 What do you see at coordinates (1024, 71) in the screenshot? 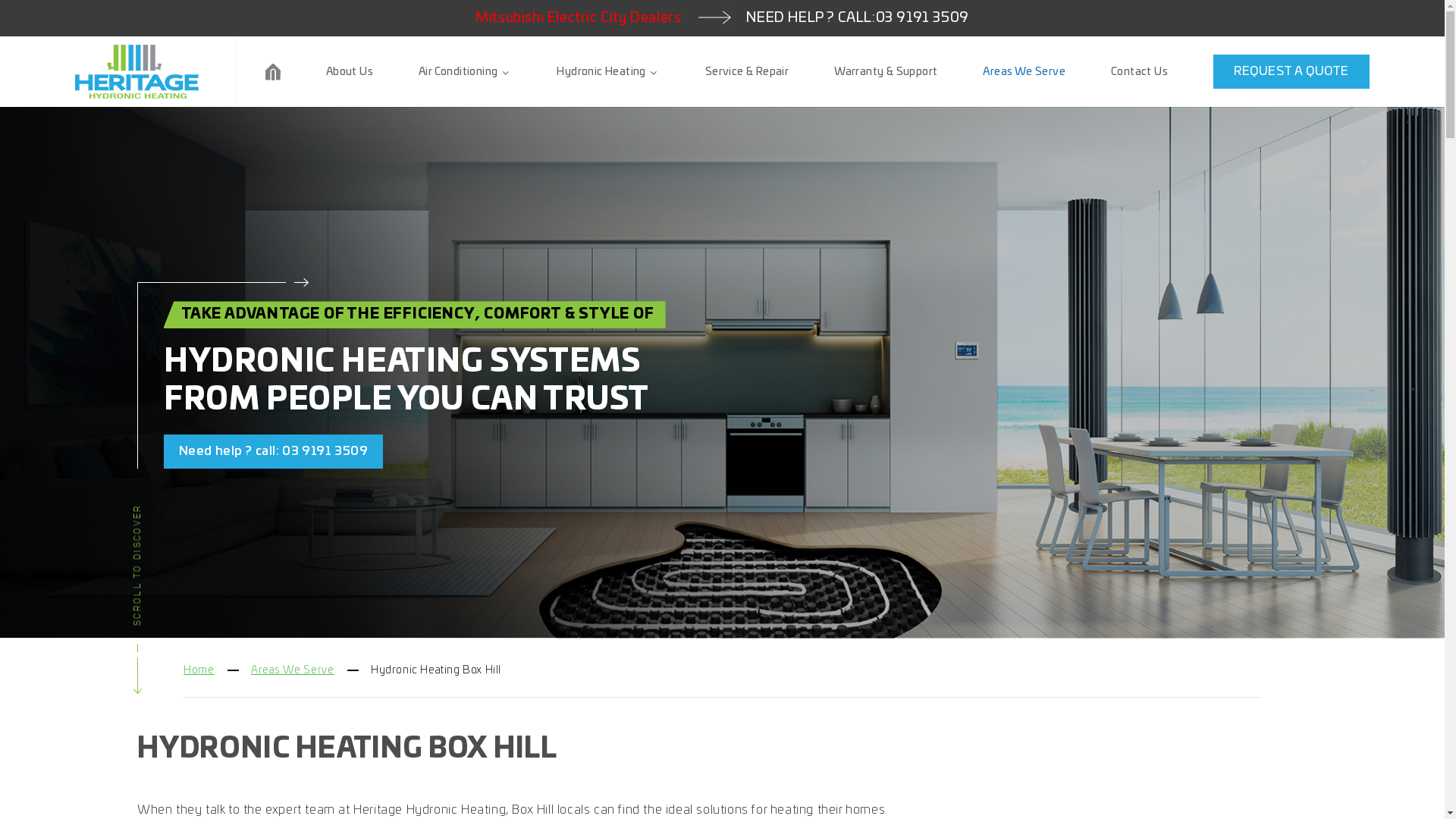
I see `'Areas We Serve'` at bounding box center [1024, 71].